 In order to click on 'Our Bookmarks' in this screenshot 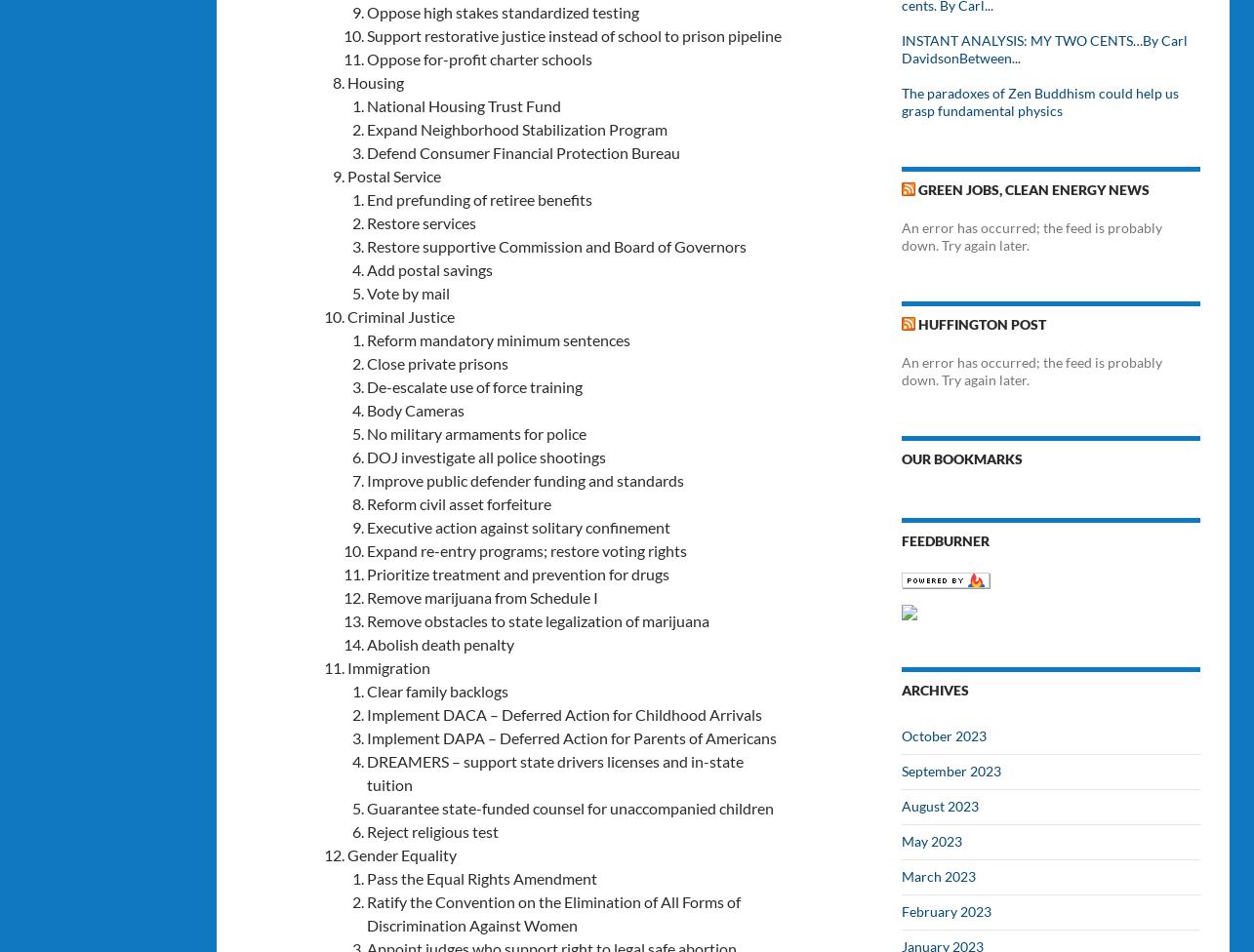, I will do `click(961, 457)`.